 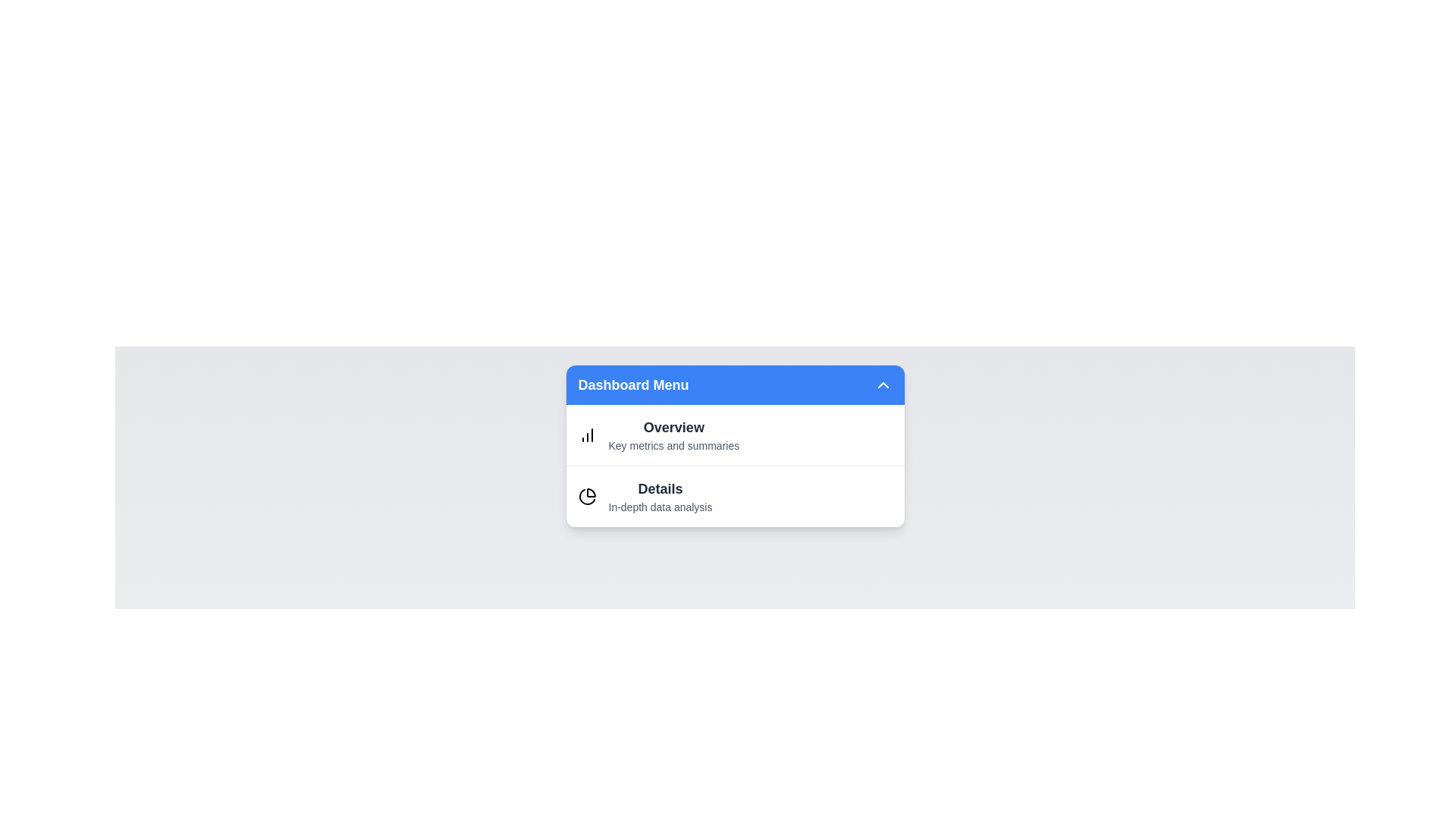 I want to click on the menu header to toggle the menu visibility, so click(x=735, y=384).